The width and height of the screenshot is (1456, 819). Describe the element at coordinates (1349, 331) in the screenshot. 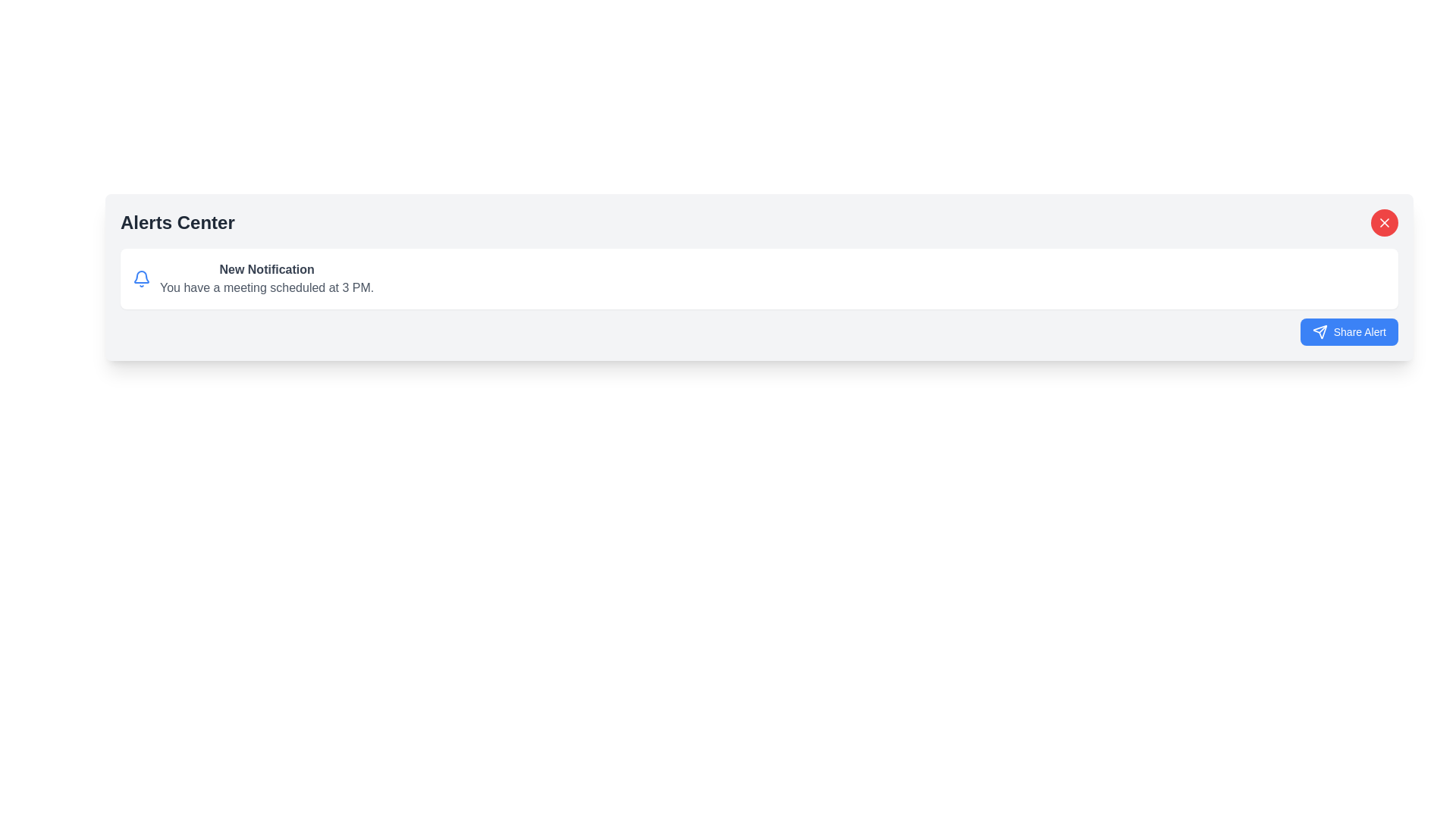

I see `the share button located in the bottom-right corner of the alert` at that location.